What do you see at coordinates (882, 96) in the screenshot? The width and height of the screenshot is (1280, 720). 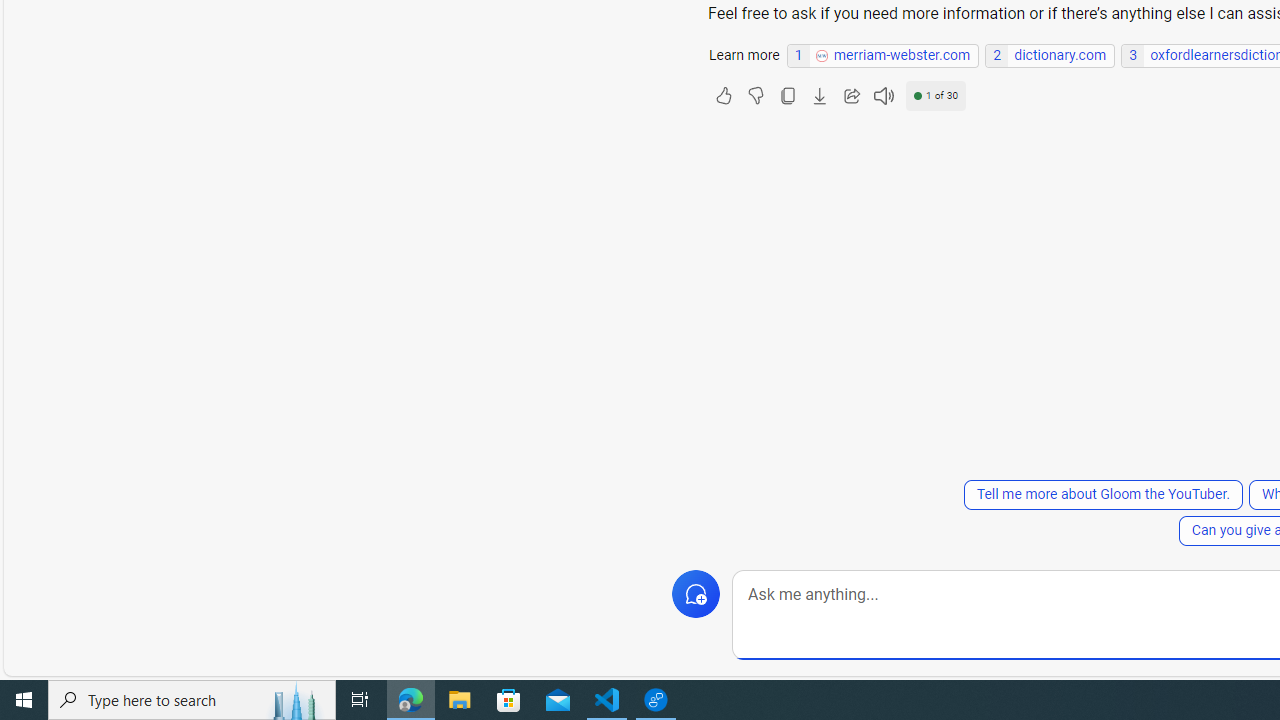 I see `'Read aloud'` at bounding box center [882, 96].